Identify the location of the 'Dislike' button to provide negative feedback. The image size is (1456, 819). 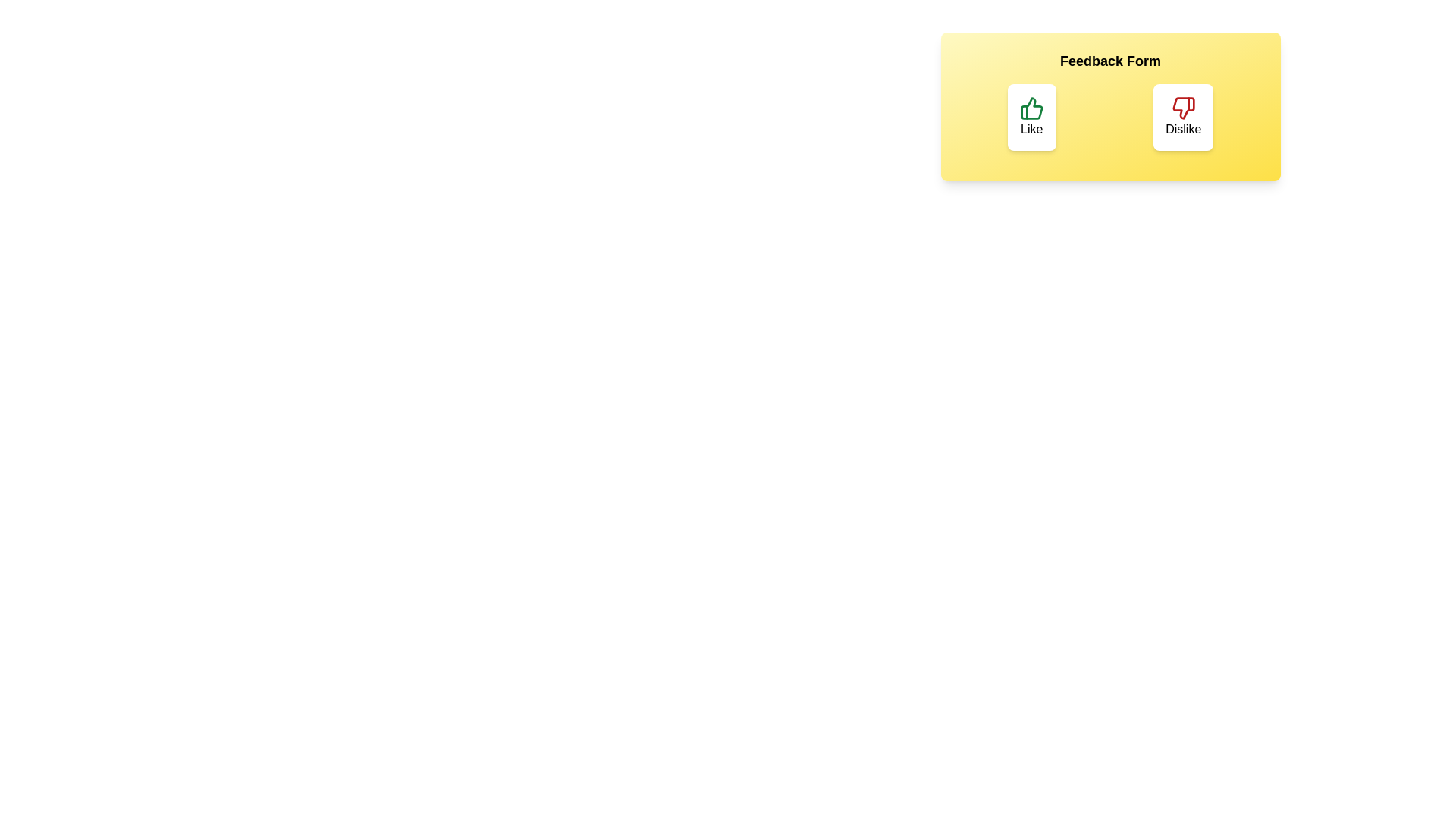
(1182, 116).